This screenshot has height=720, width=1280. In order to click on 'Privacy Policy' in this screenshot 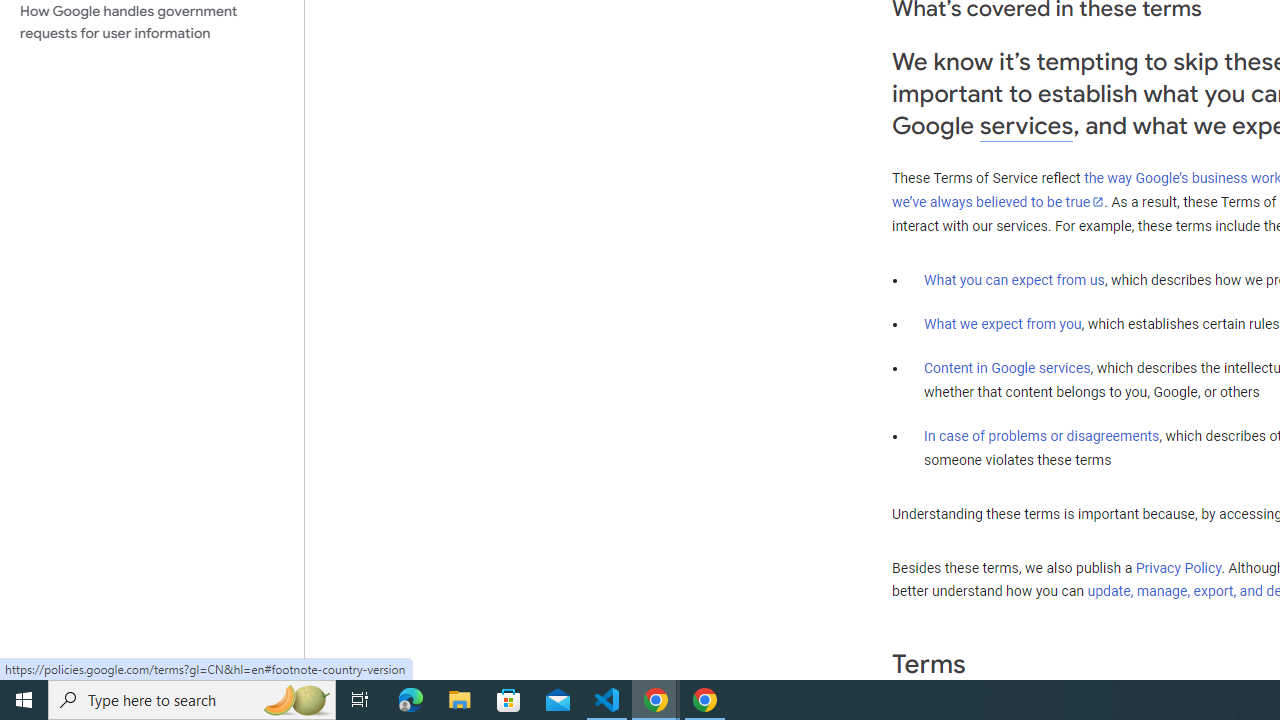, I will do `click(1178, 567)`.